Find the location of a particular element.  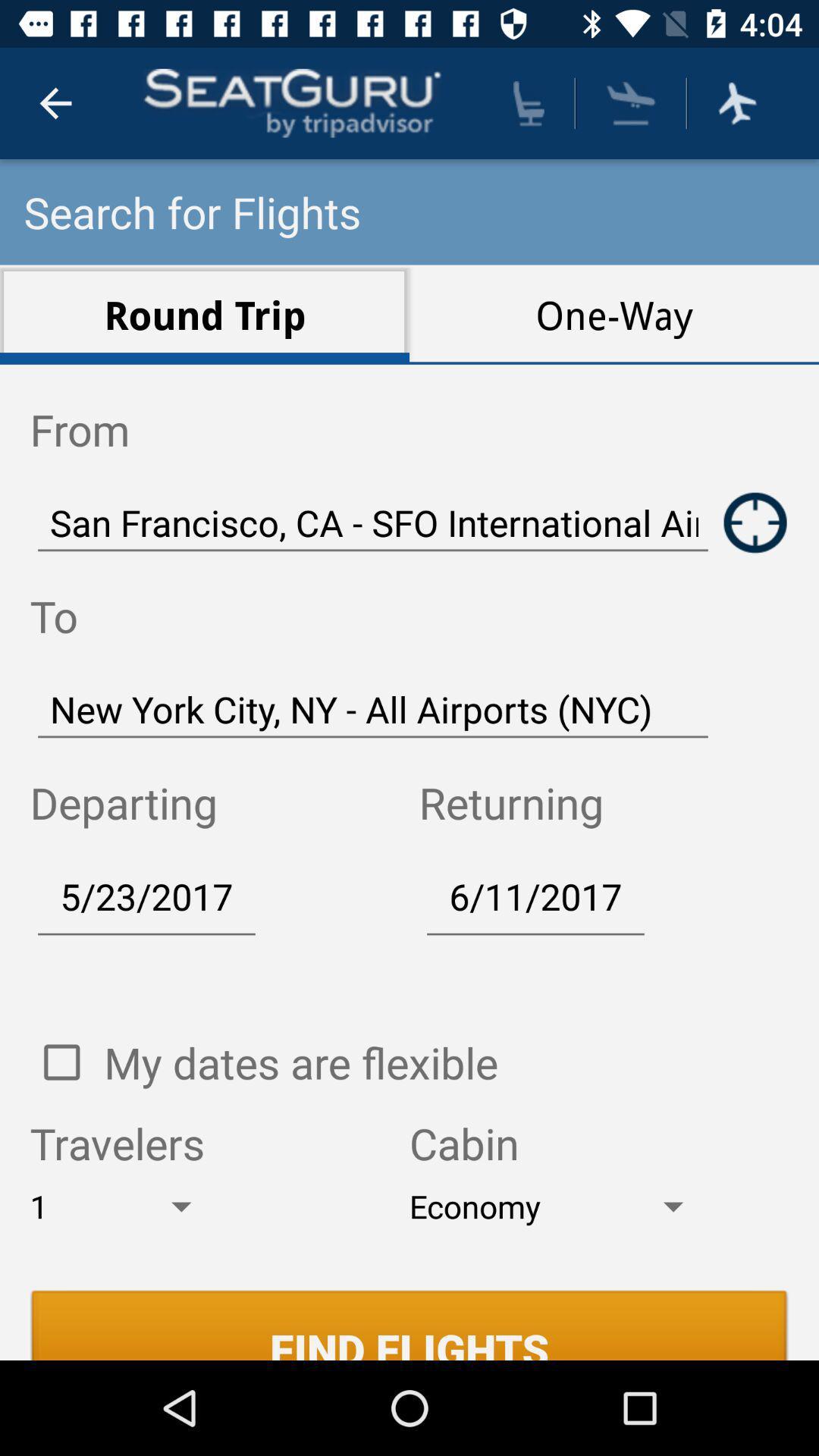

the new york city is located at coordinates (373, 708).